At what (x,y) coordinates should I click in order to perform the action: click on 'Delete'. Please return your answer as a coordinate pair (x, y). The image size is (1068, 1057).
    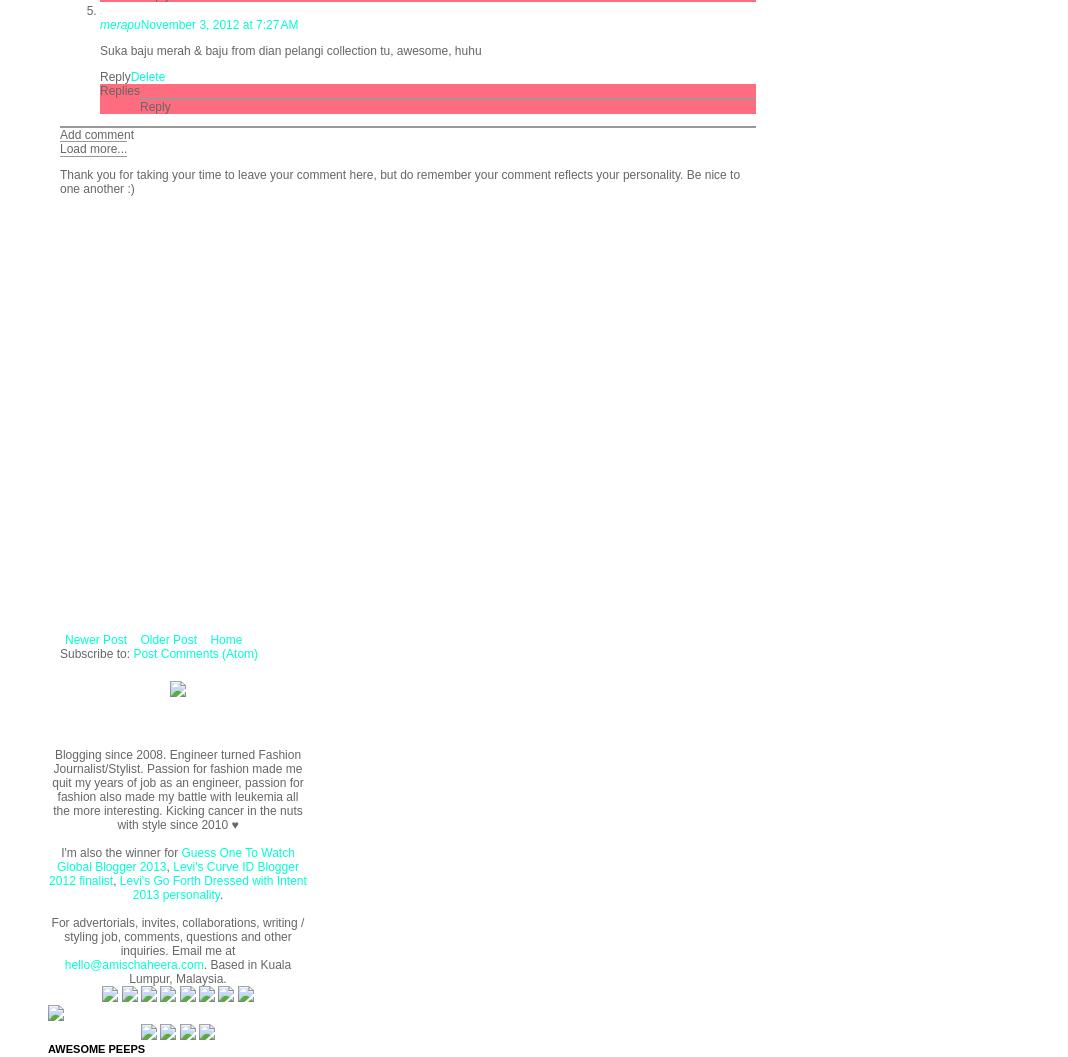
    Looking at the image, I should click on (147, 75).